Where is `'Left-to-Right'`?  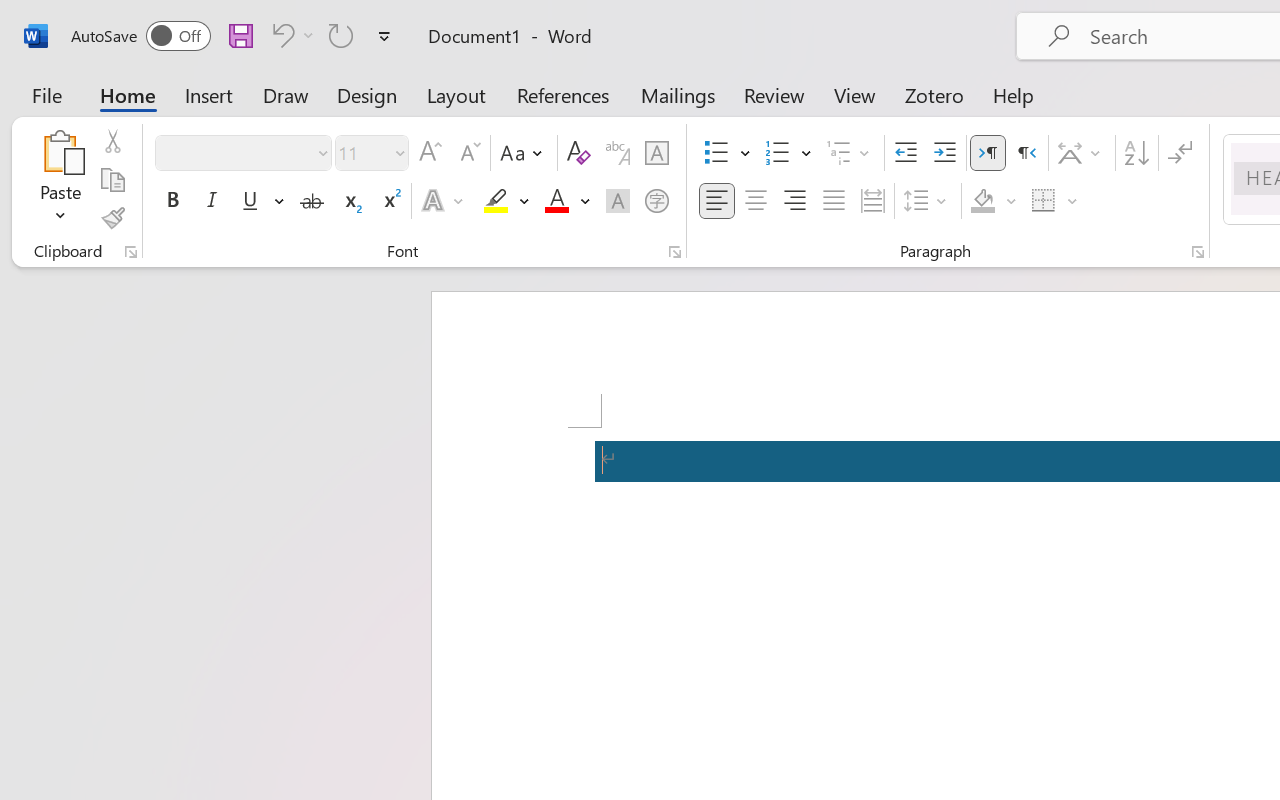 'Left-to-Right' is located at coordinates (988, 153).